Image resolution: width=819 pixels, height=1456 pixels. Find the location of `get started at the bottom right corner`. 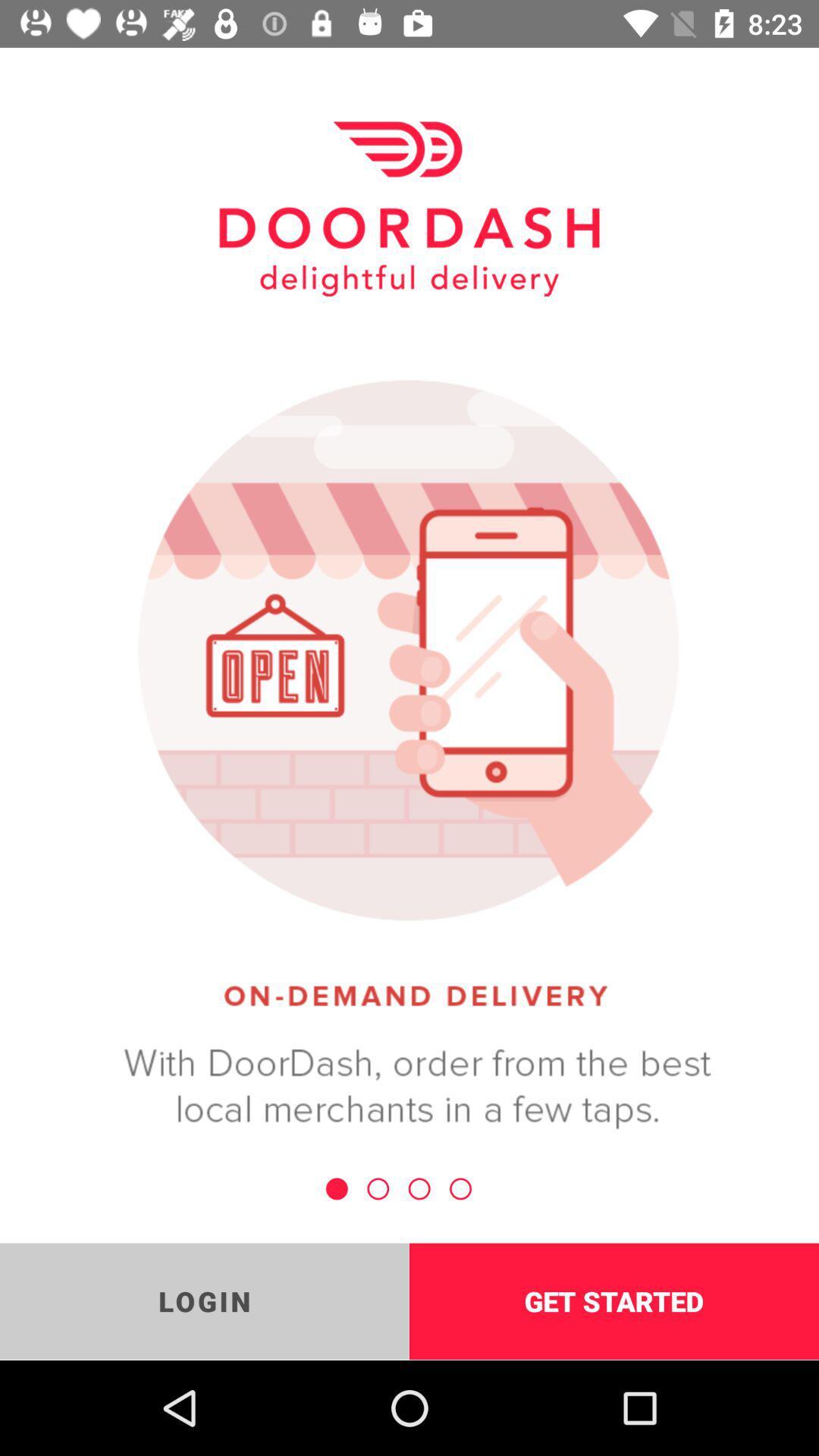

get started at the bottom right corner is located at coordinates (614, 1301).